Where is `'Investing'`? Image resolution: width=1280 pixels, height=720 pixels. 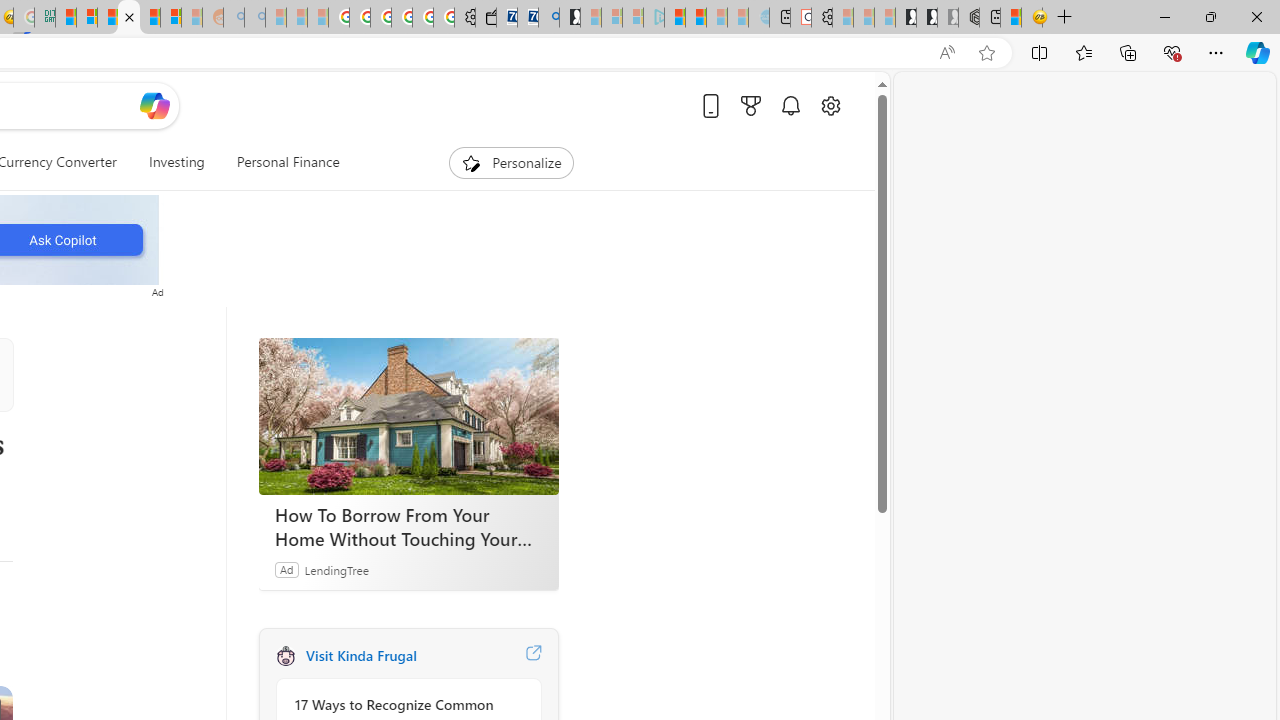 'Investing' is located at coordinates (176, 162).